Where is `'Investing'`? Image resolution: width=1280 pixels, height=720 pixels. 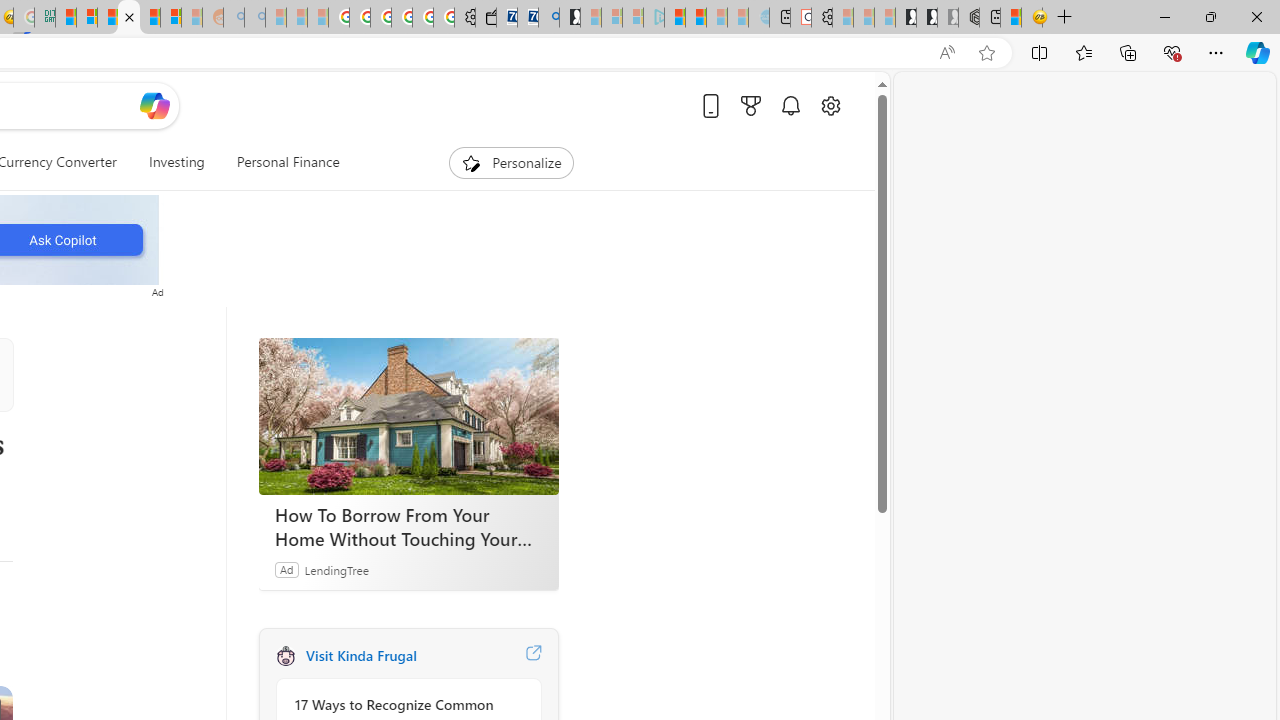 'Investing' is located at coordinates (176, 162).